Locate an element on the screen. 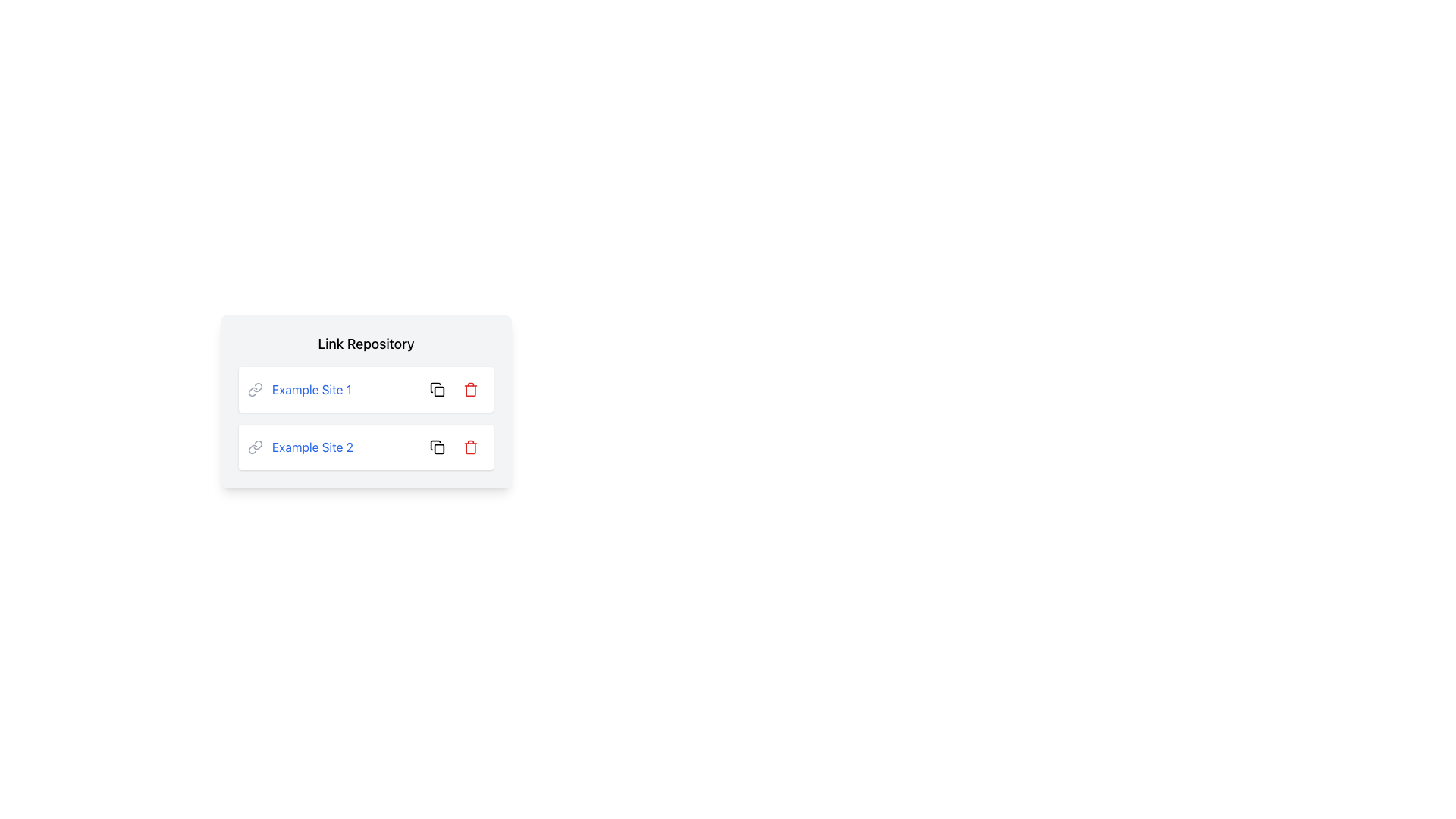 This screenshot has width=1456, height=819. the first list item in the link repository is located at coordinates (366, 388).